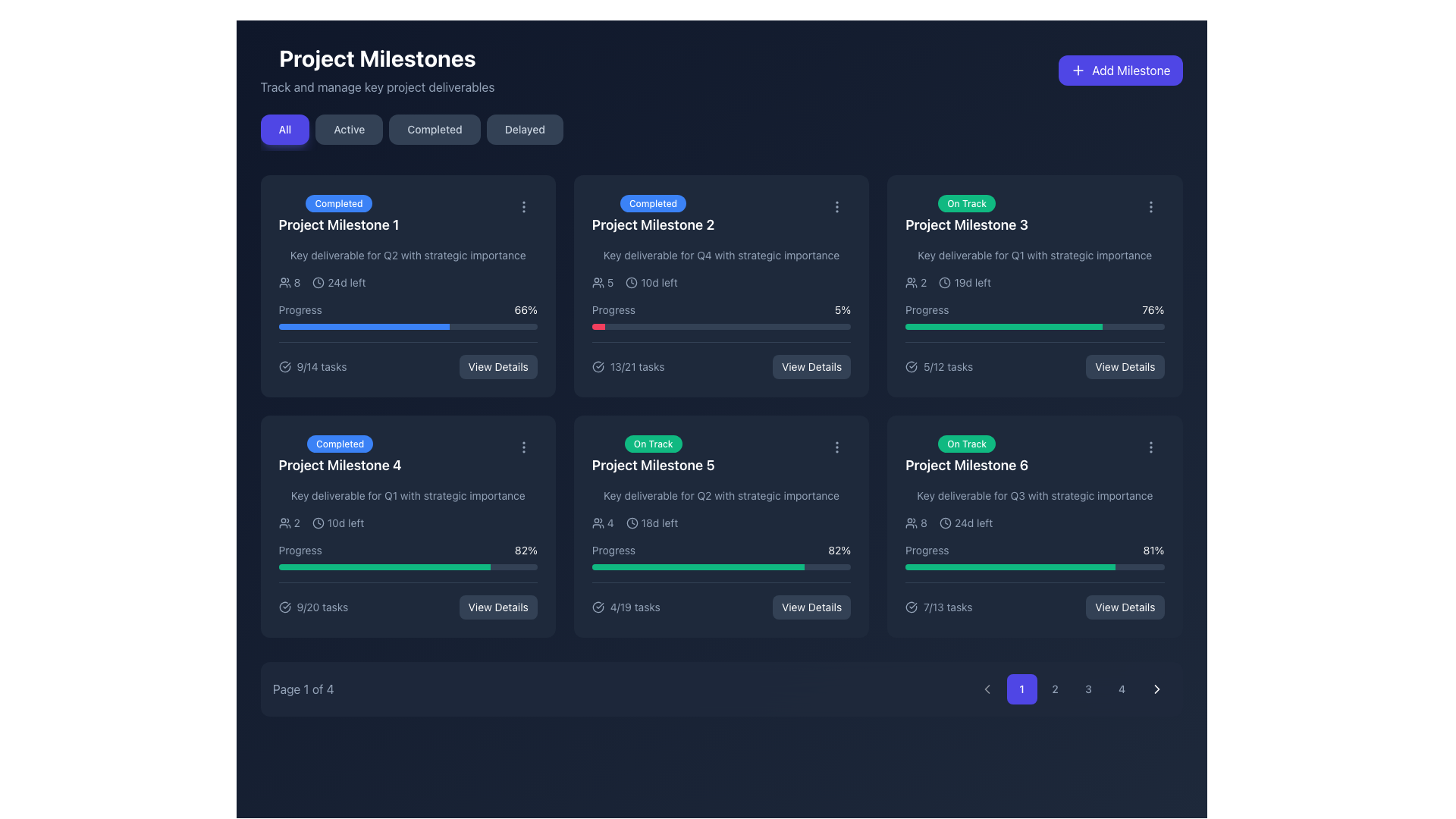 The height and width of the screenshot is (819, 1456). I want to click on the rectangular button with a purple background and white text reading 'Add Milestone' to observe a visual change, so click(1120, 70).